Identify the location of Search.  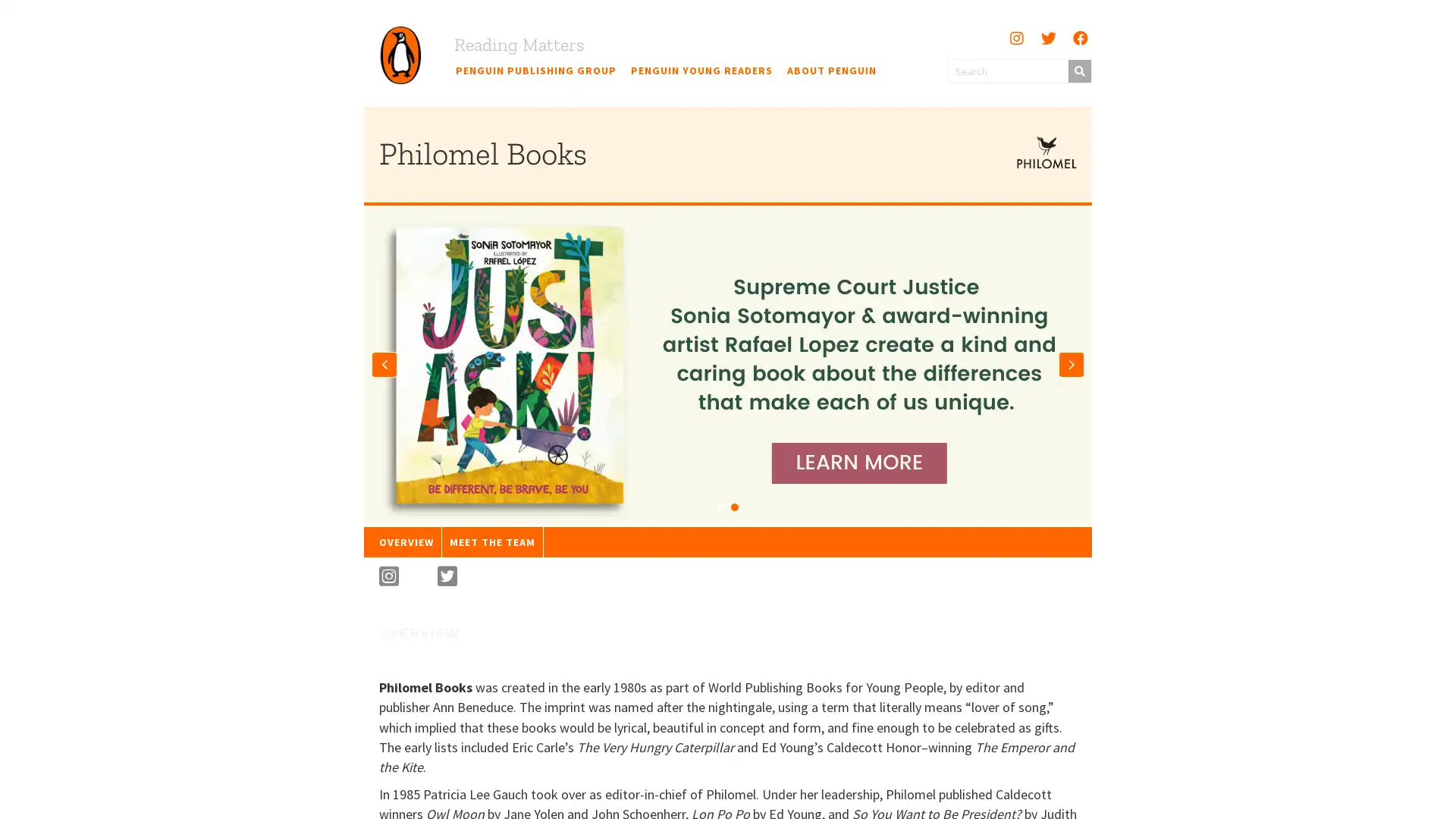
(1078, 70).